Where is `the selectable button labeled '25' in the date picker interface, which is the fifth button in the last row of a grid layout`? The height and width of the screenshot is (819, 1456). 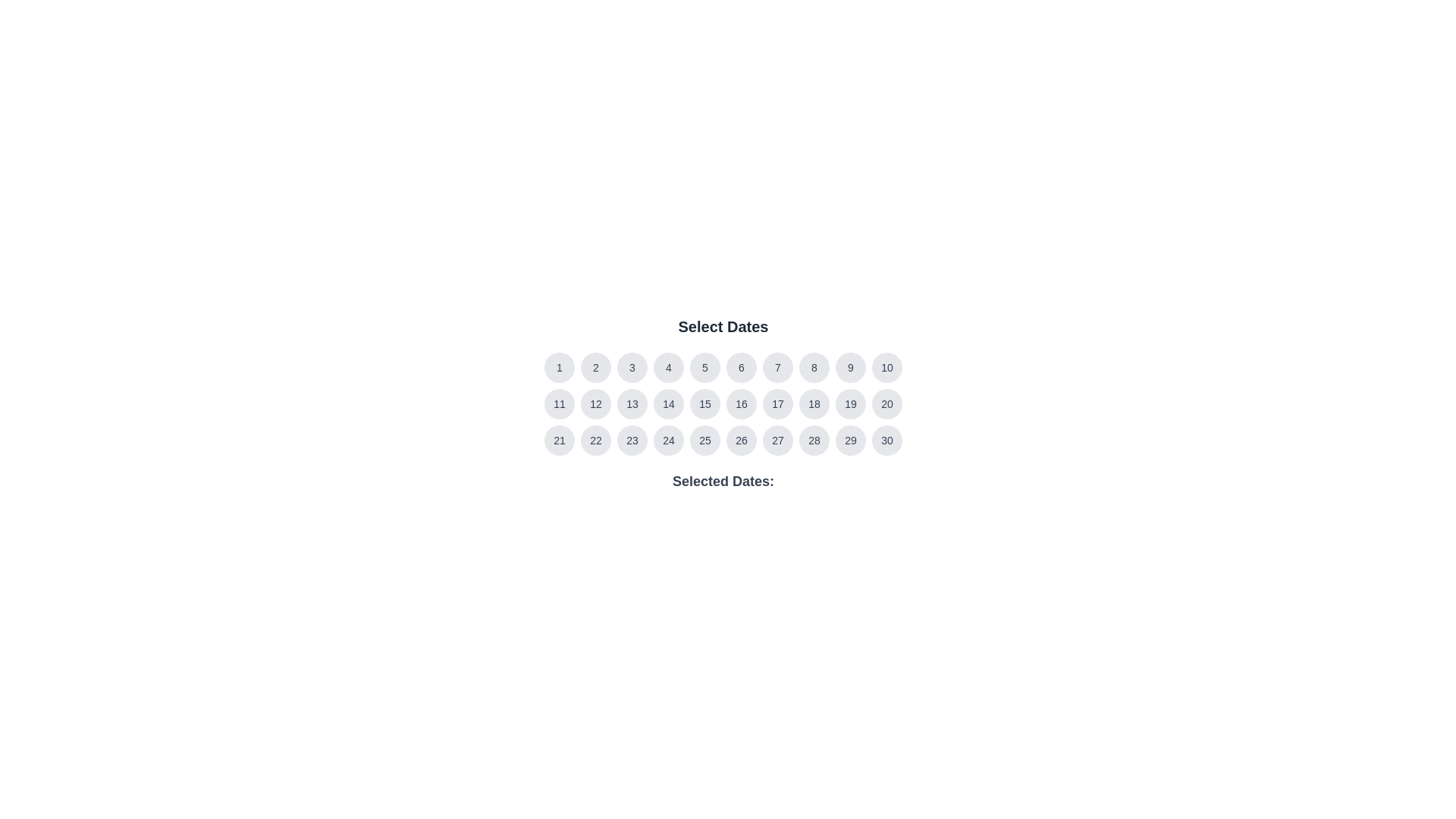 the selectable button labeled '25' in the date picker interface, which is the fifth button in the last row of a grid layout is located at coordinates (704, 441).